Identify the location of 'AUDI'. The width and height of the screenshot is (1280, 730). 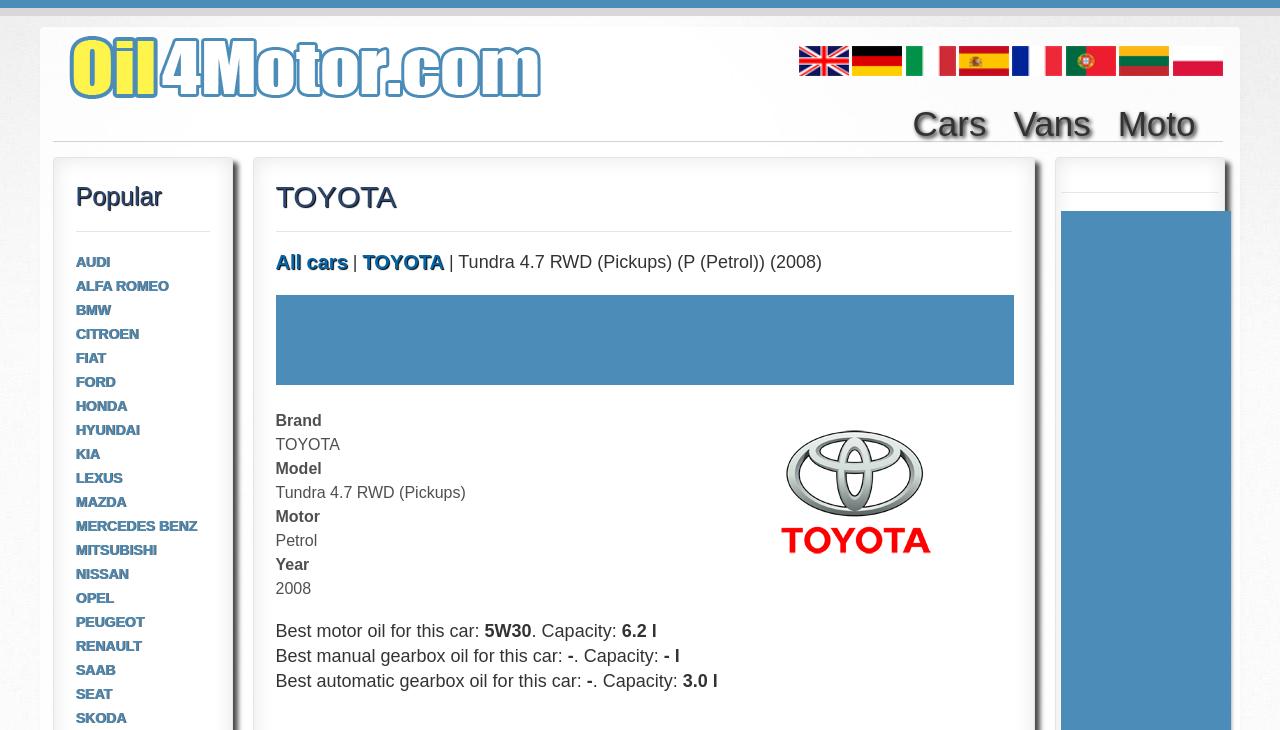
(91, 261).